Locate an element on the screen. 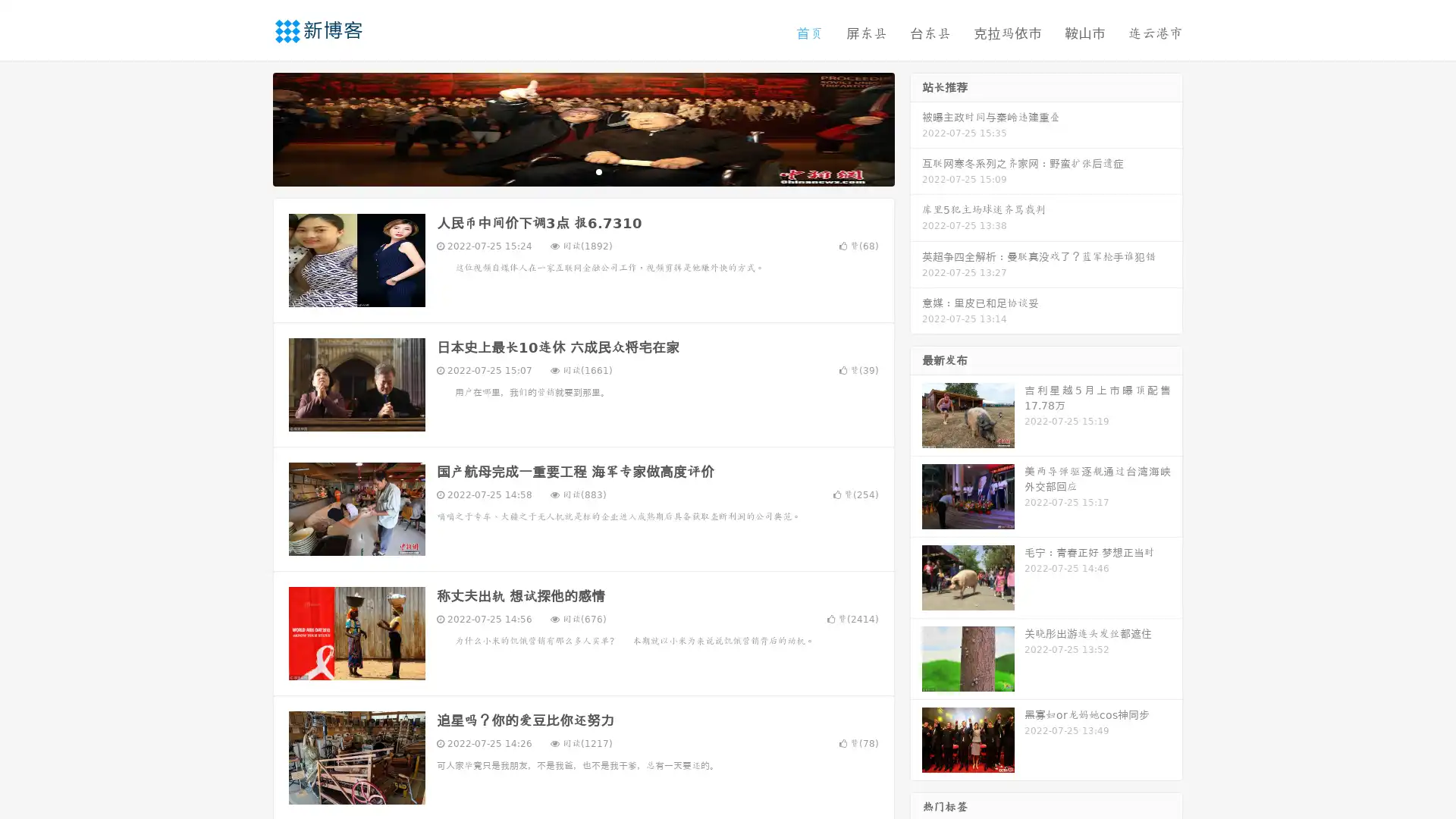 The image size is (1456, 819). Go to slide 3 is located at coordinates (598, 171).